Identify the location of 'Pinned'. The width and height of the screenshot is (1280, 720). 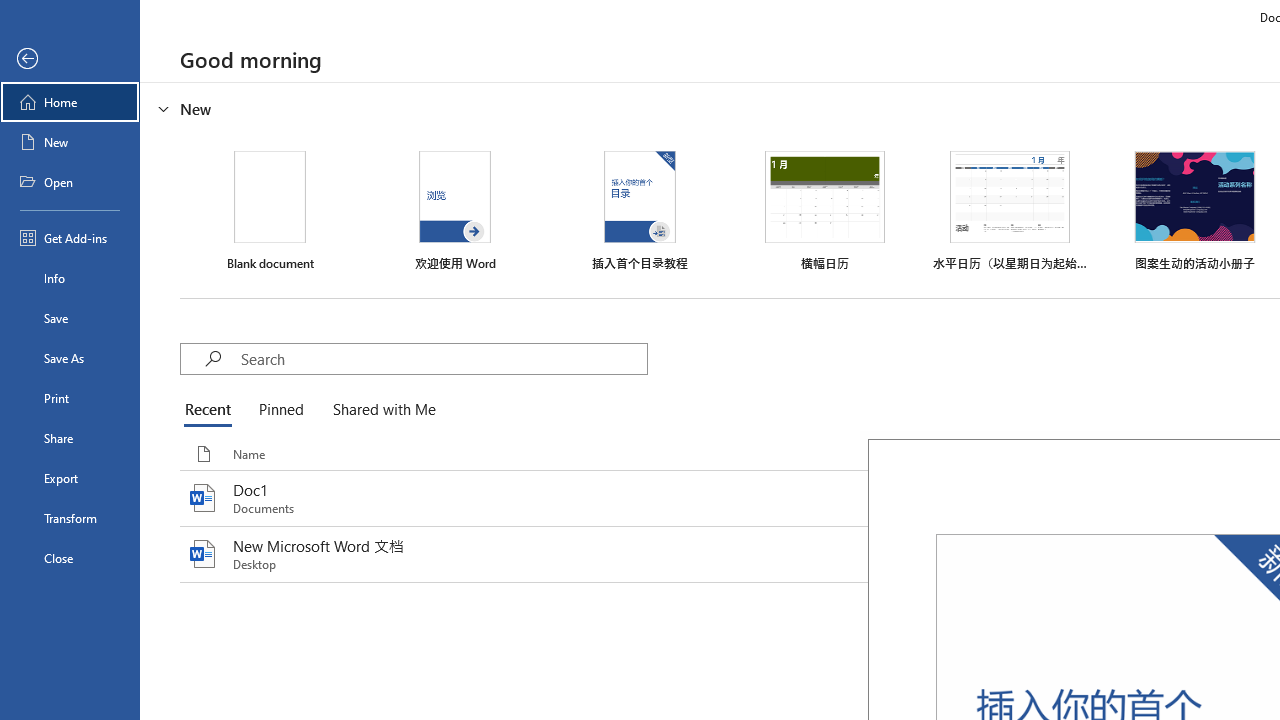
(279, 410).